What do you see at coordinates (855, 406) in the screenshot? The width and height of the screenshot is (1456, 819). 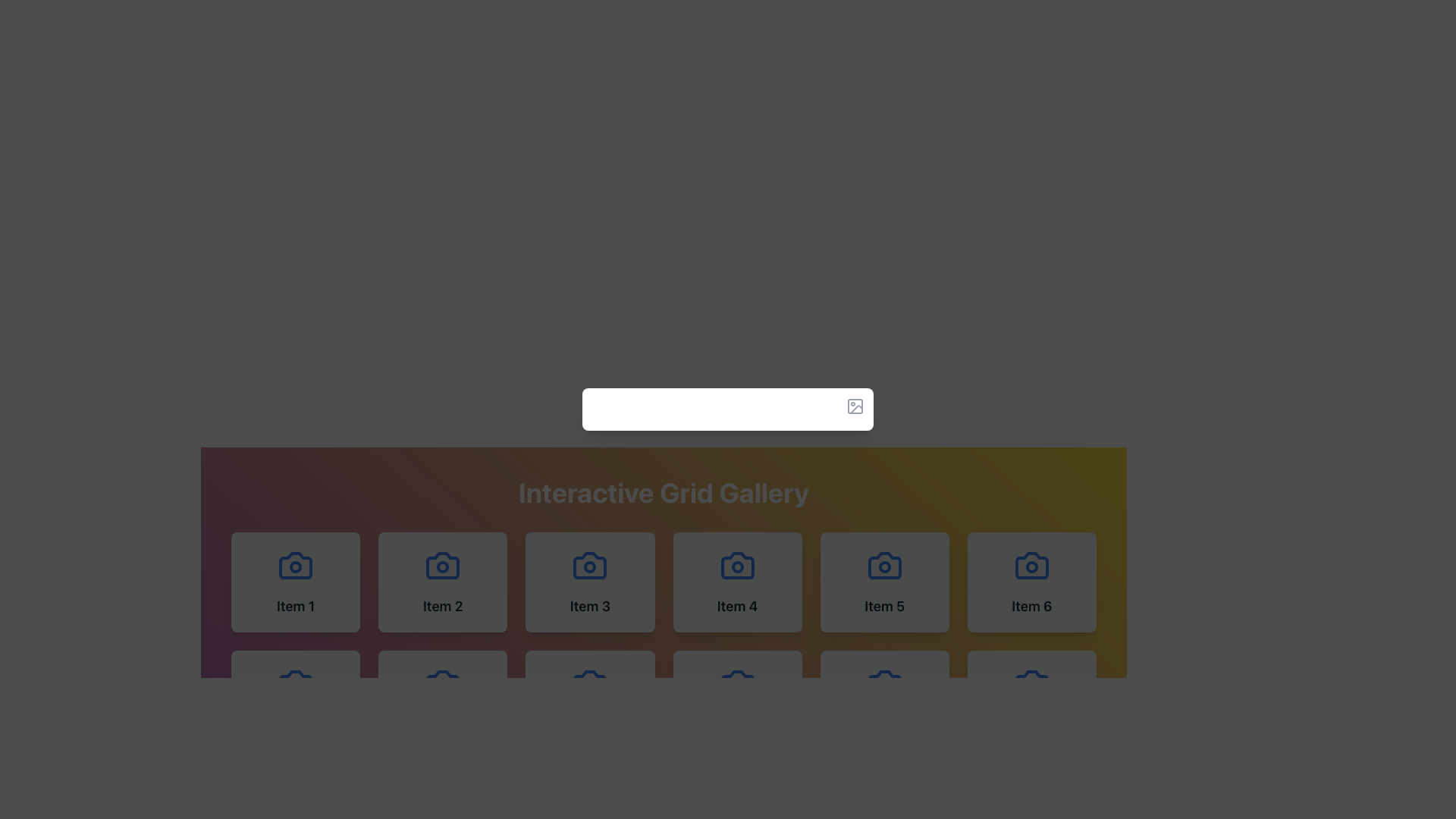 I see `the SVG Rectangle that serves as a background for the photo representation icon located at the right edge of the white search bar interface` at bounding box center [855, 406].